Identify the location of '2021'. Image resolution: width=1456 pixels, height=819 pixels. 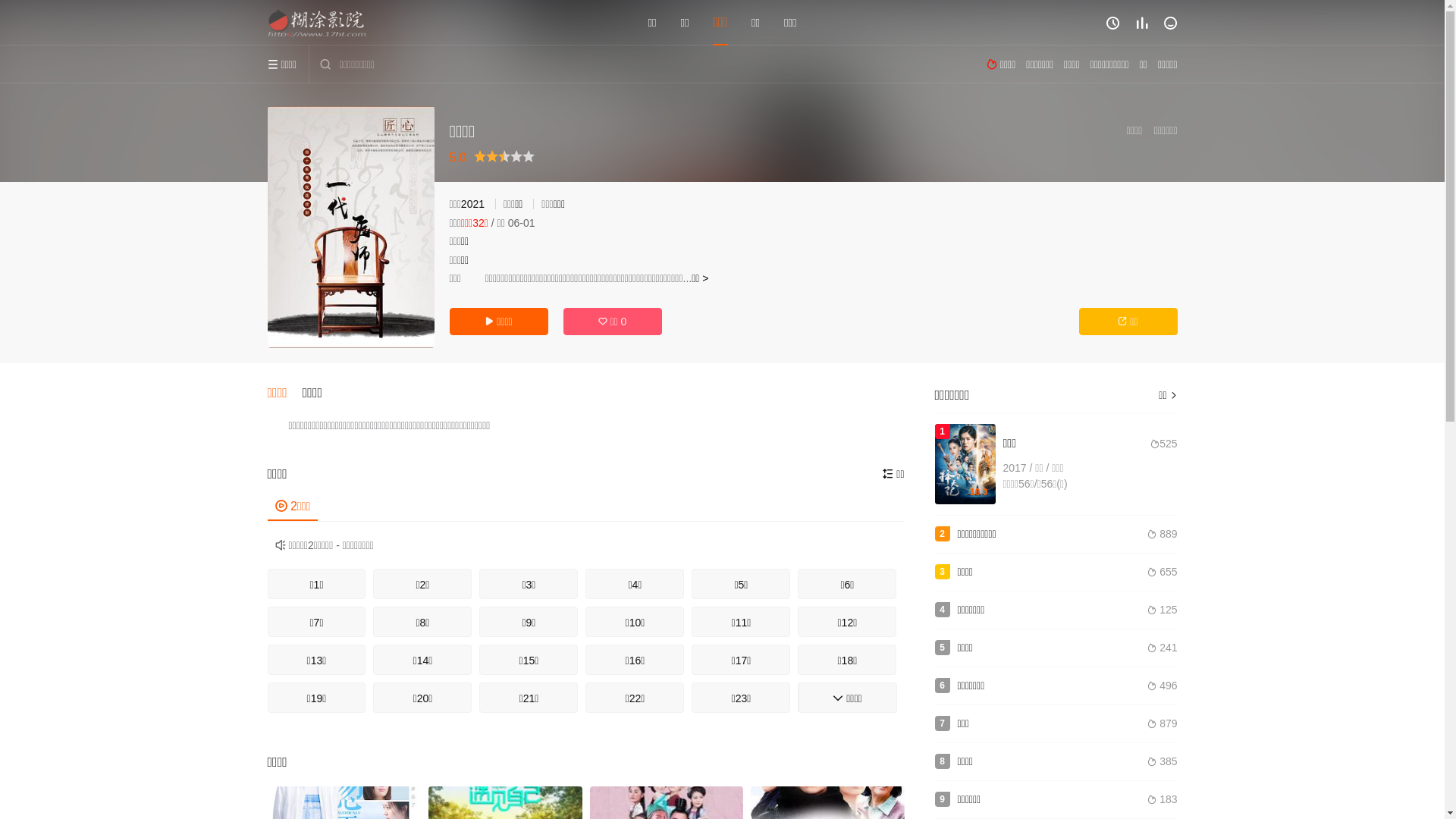
(472, 203).